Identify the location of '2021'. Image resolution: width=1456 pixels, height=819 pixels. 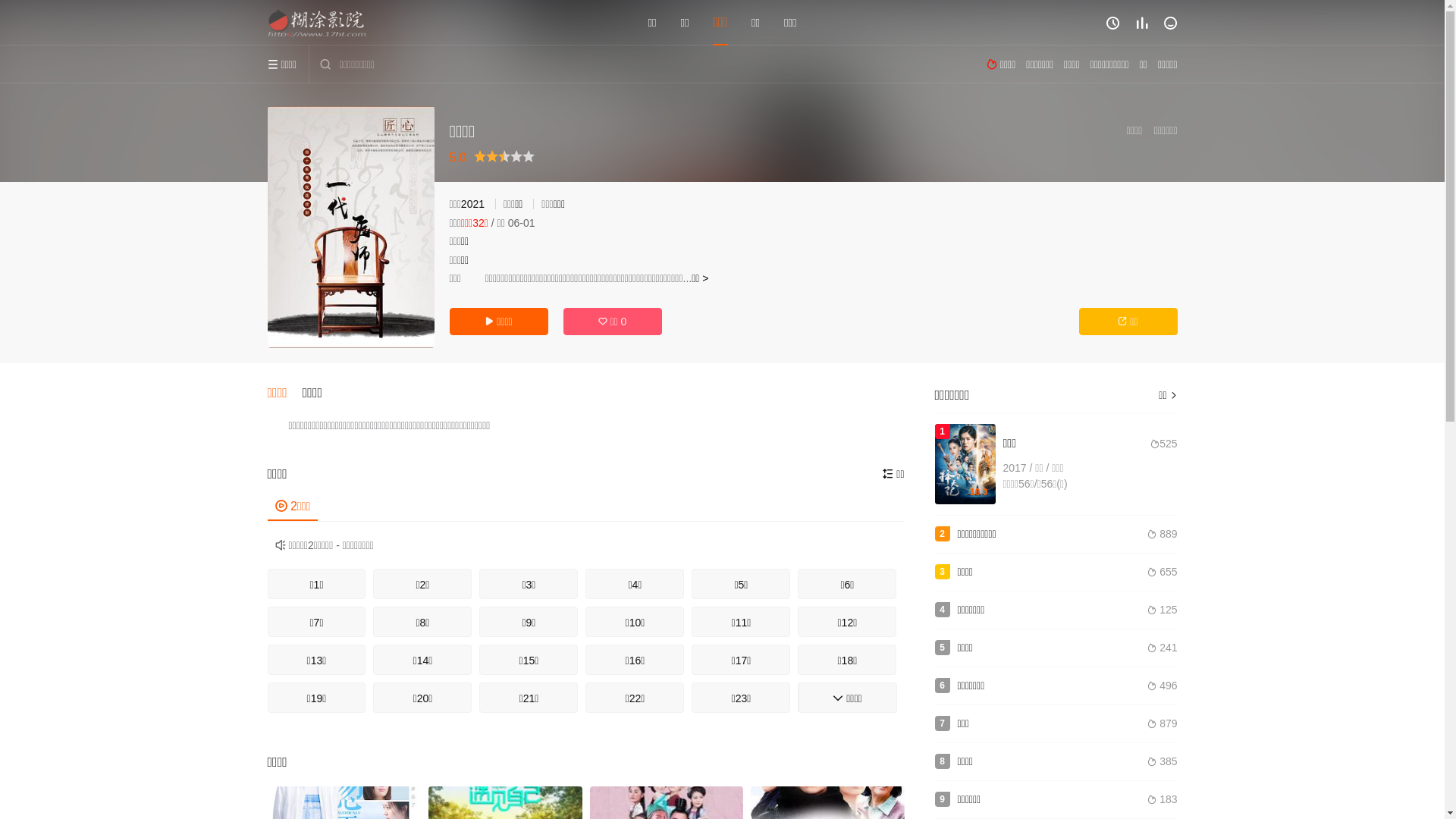
(472, 203).